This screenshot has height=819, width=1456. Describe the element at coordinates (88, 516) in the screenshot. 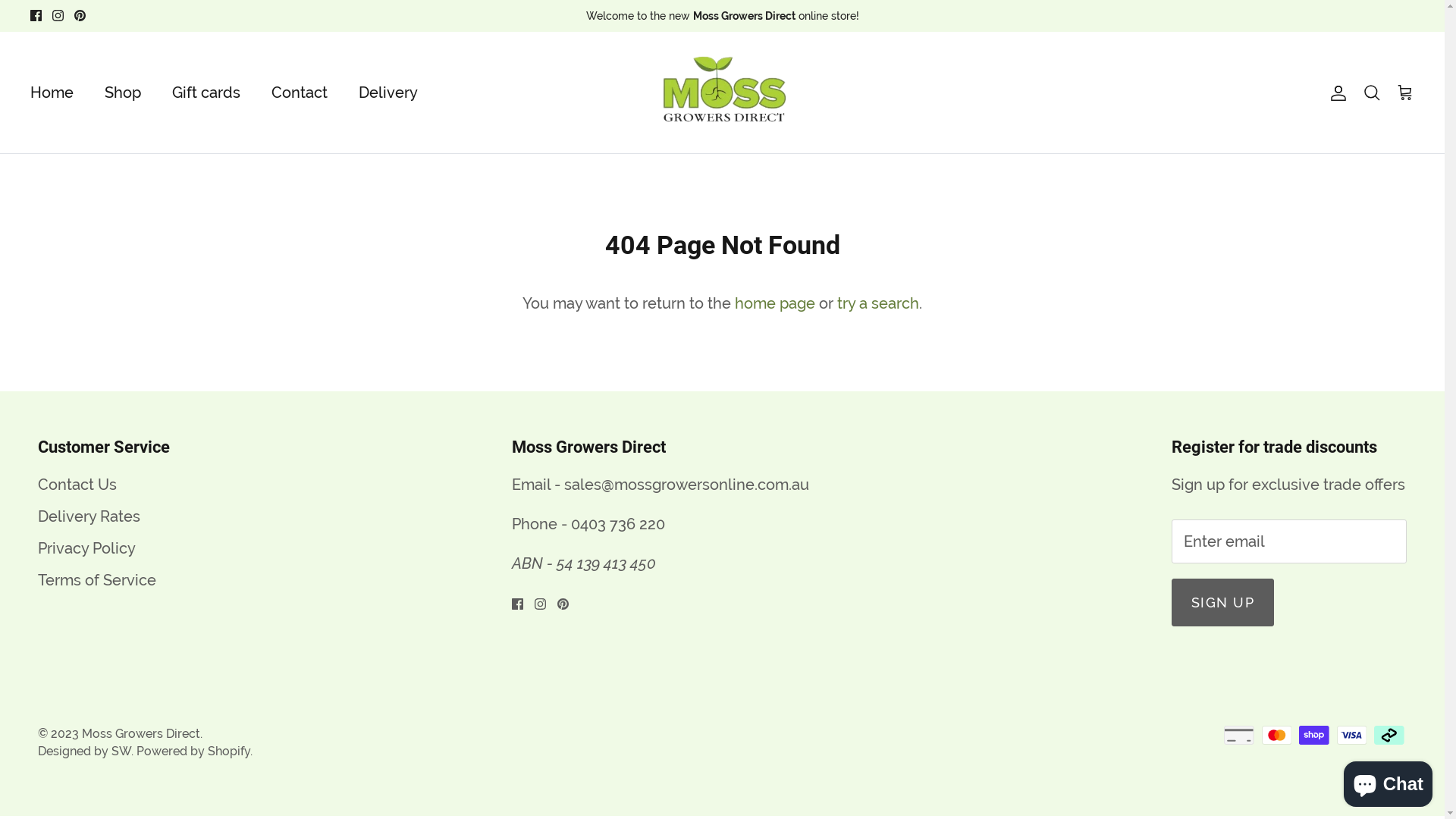

I see `'Delivery Rates'` at that location.